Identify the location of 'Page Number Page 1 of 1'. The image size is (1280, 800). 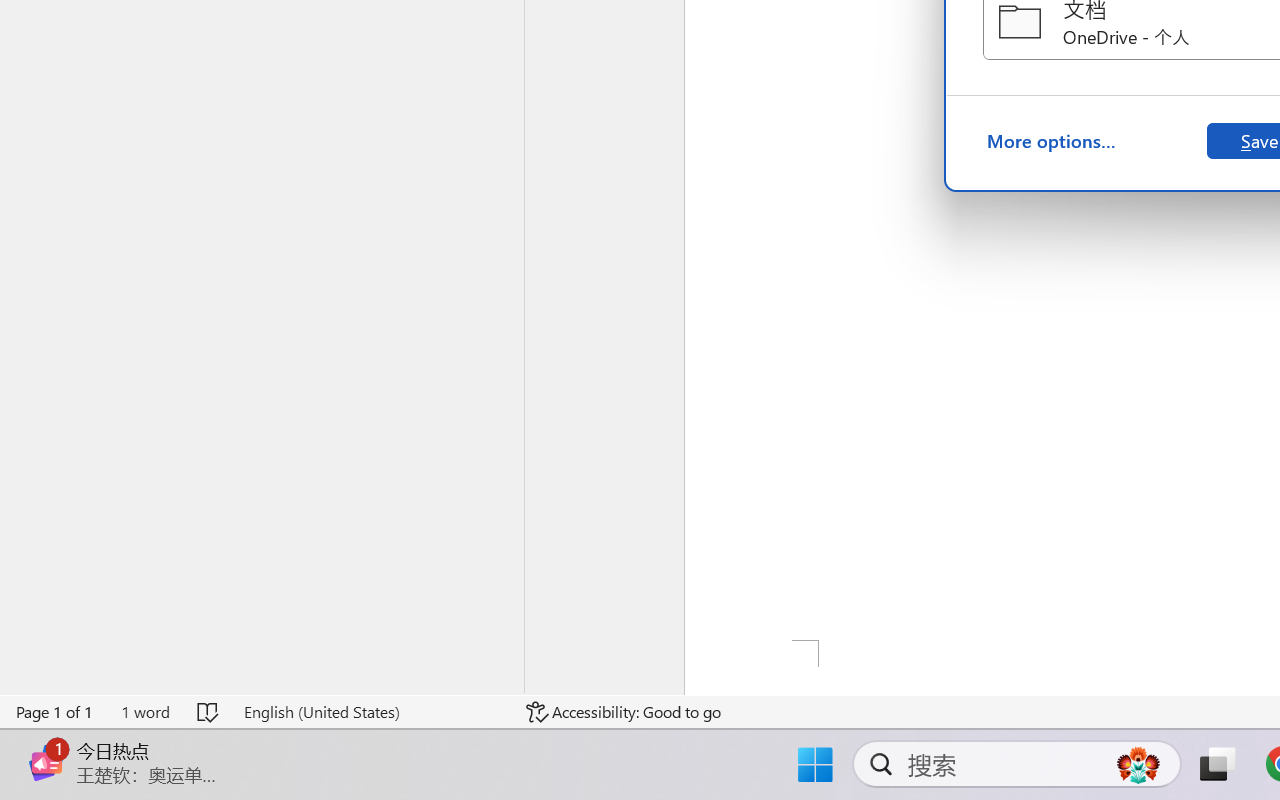
(55, 711).